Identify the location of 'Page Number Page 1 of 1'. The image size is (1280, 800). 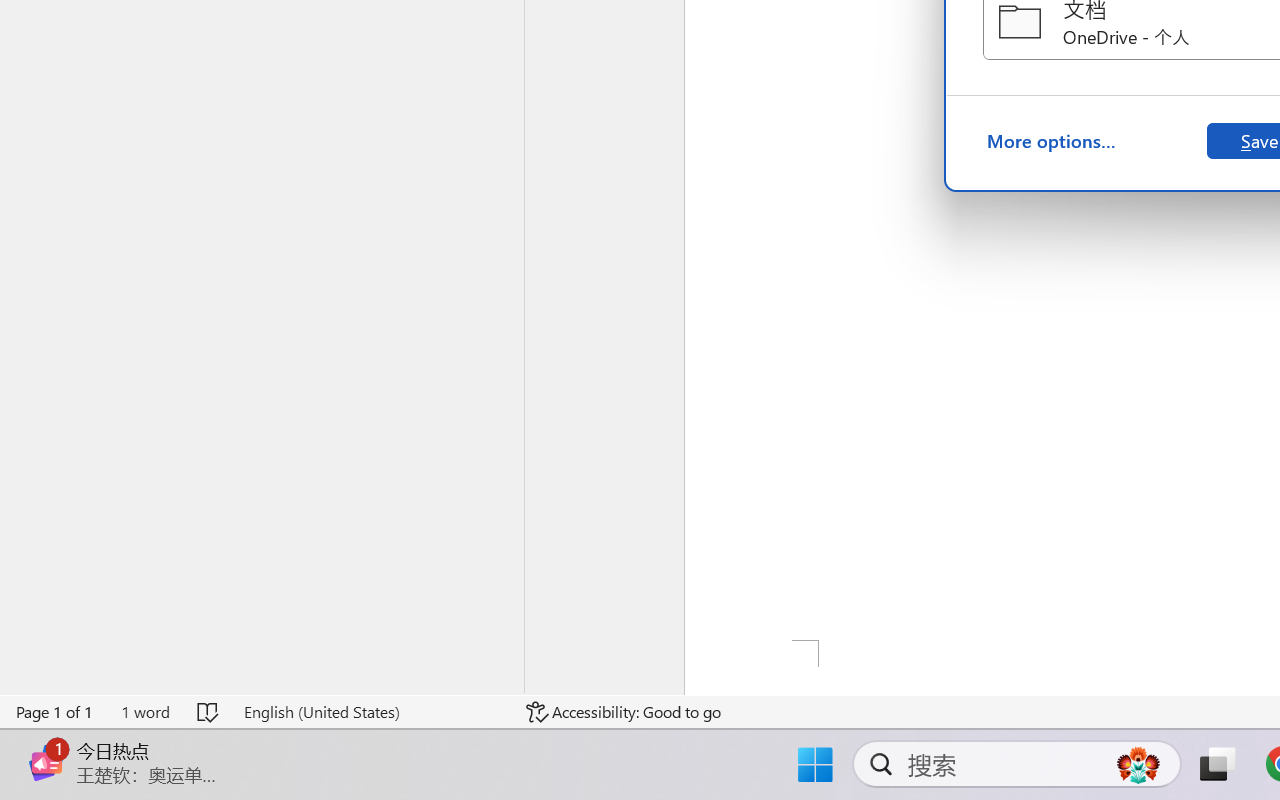
(55, 711).